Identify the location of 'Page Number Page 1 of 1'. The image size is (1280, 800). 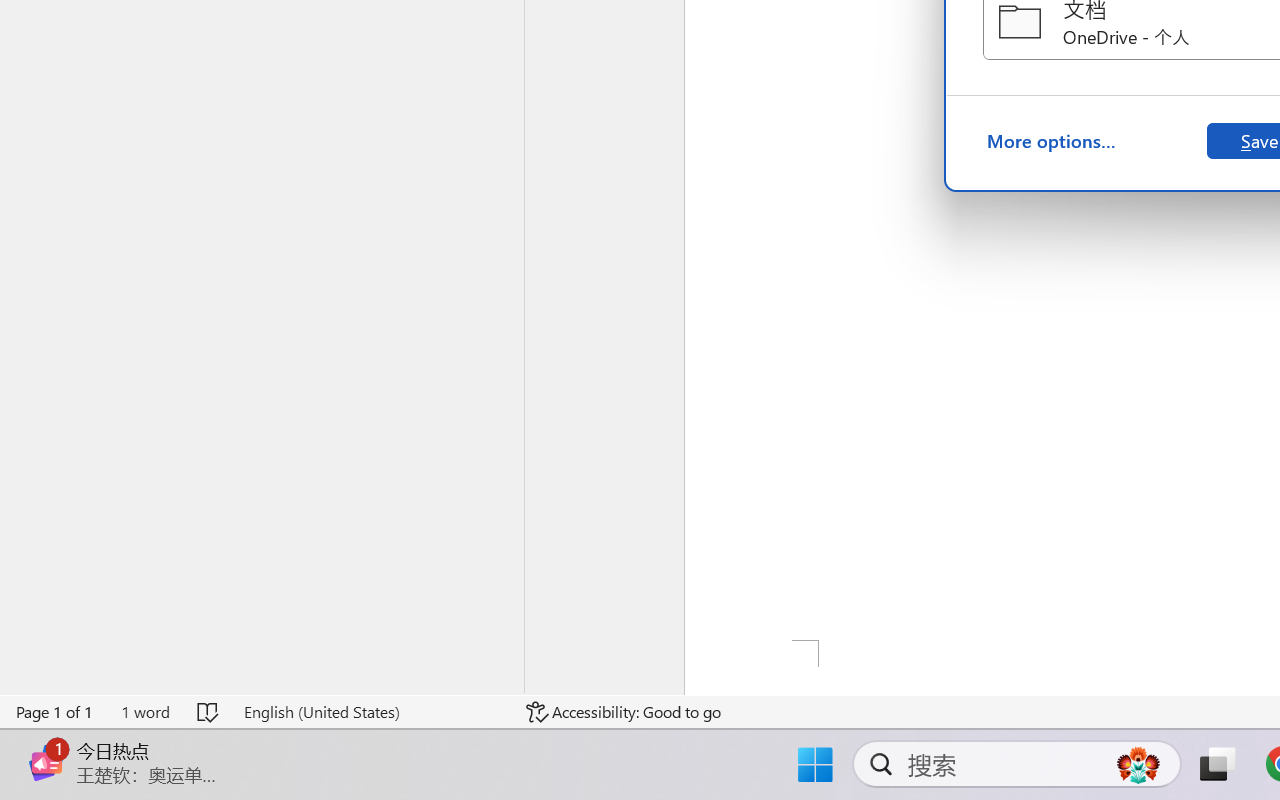
(55, 711).